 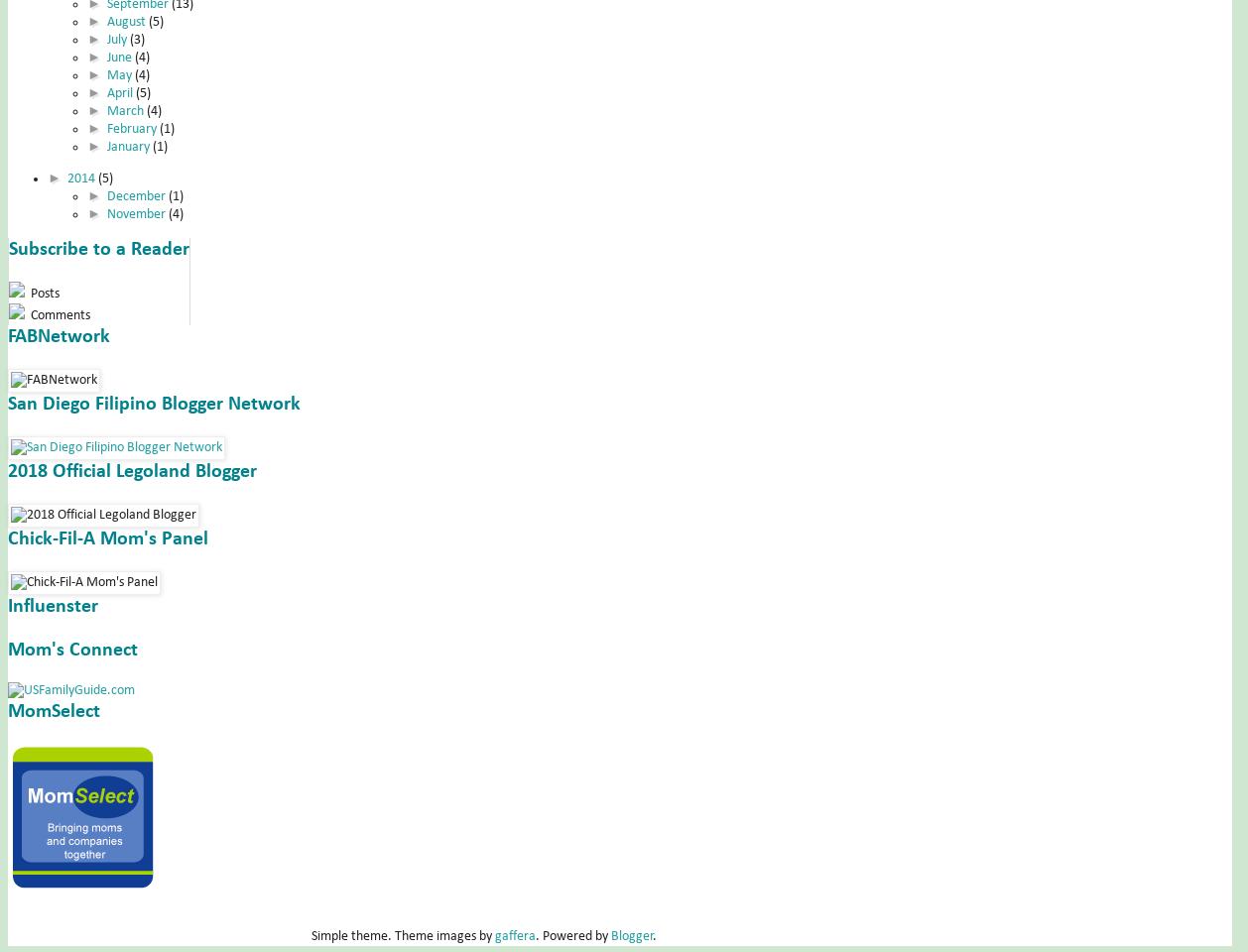 I want to click on 'December', so click(x=137, y=195).